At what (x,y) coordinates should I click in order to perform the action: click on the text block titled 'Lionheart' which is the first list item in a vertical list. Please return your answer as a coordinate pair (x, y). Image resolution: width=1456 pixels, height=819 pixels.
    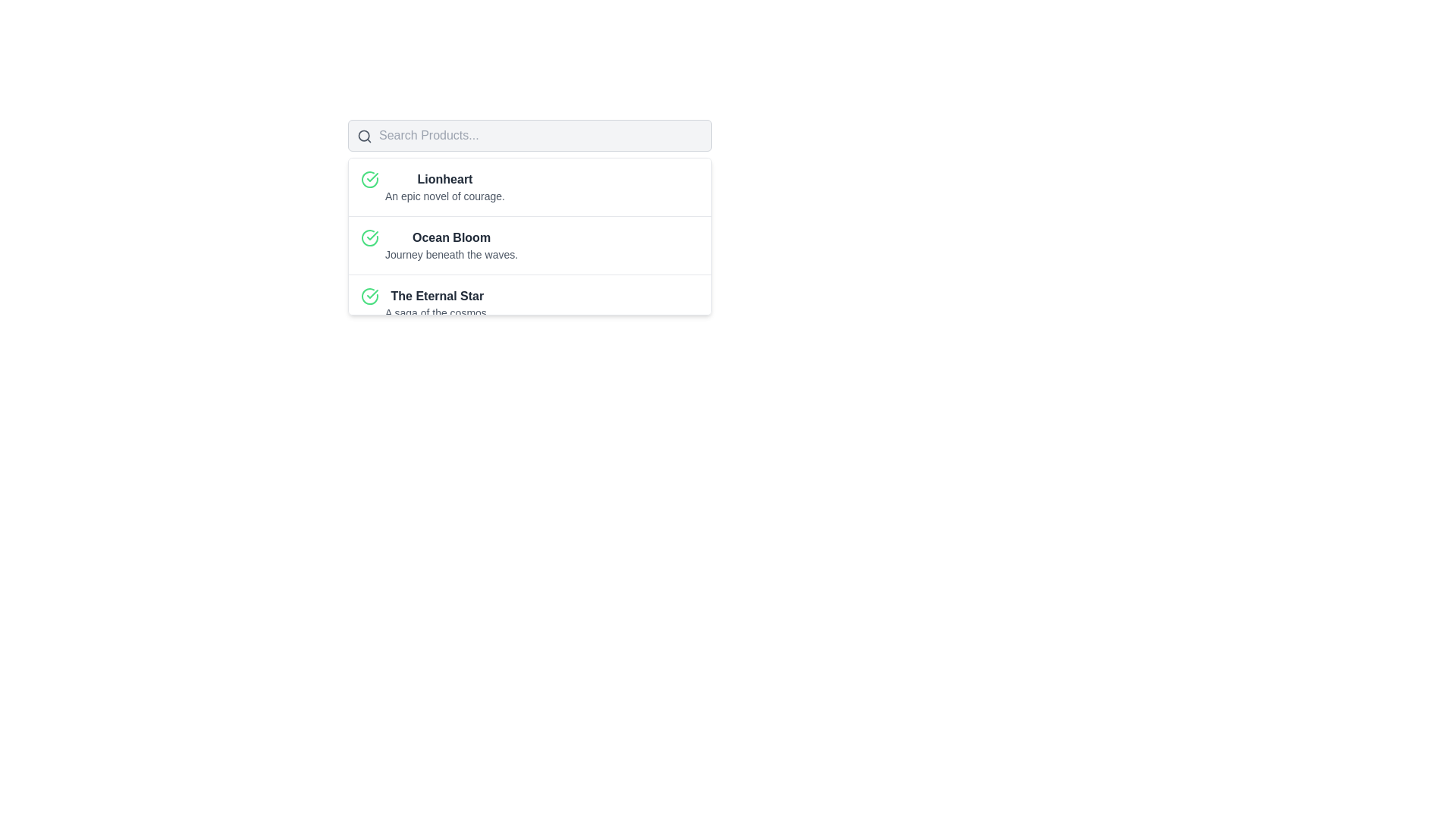
    Looking at the image, I should click on (444, 186).